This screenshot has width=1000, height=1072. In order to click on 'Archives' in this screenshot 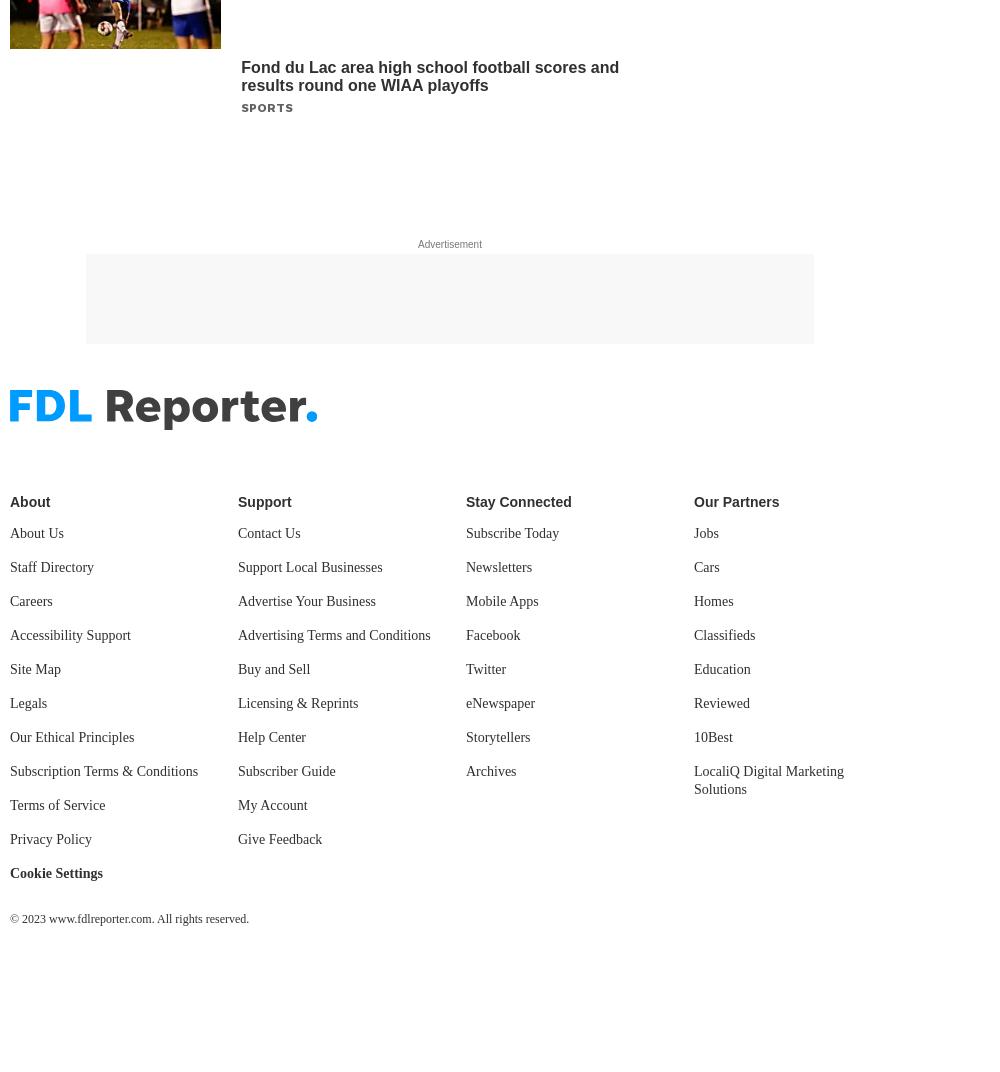, I will do `click(490, 771)`.